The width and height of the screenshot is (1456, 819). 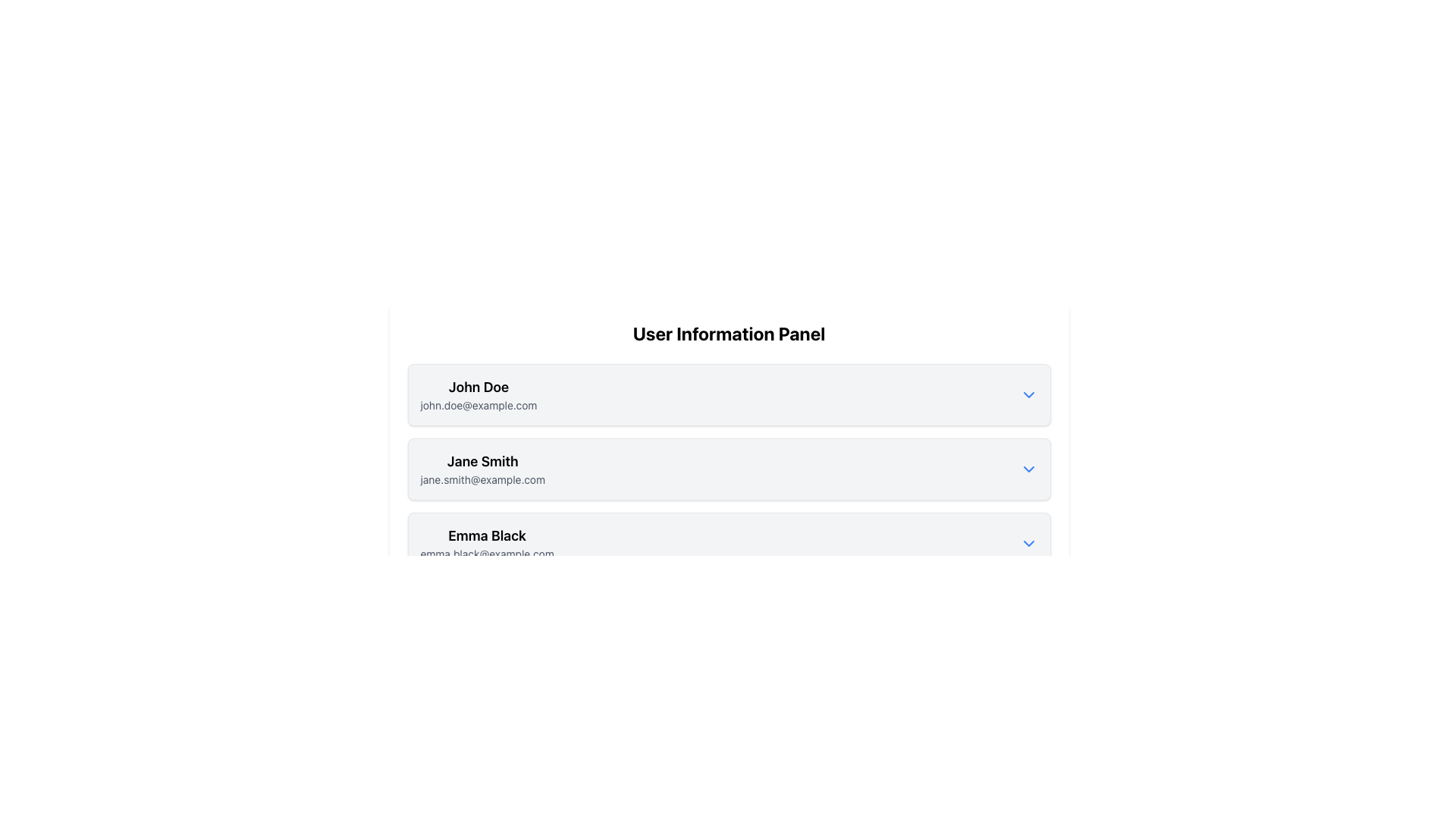 I want to click on the small blue downward-pointing chevron icon button located at the rightmost side of the row containing 'Emma Black' and her email address, so click(x=1028, y=543).